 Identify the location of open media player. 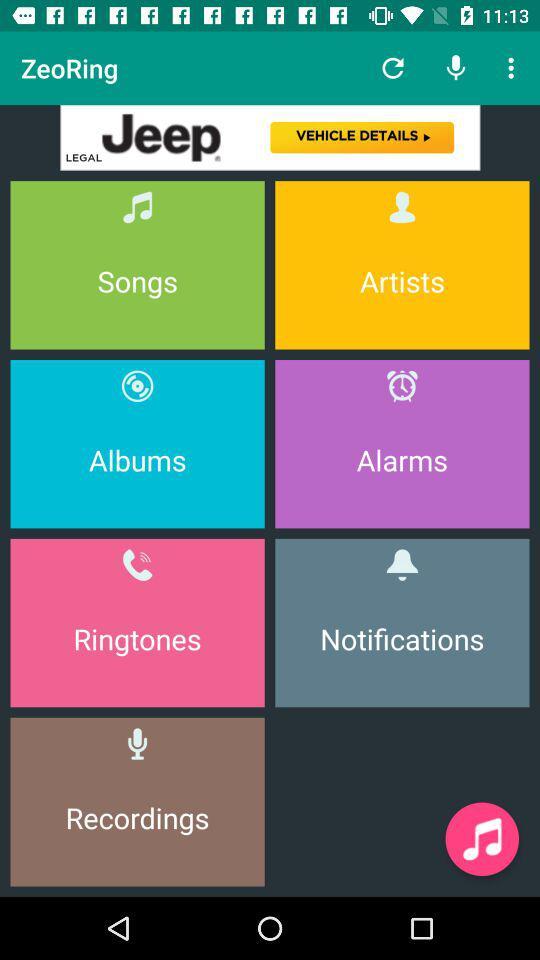
(481, 839).